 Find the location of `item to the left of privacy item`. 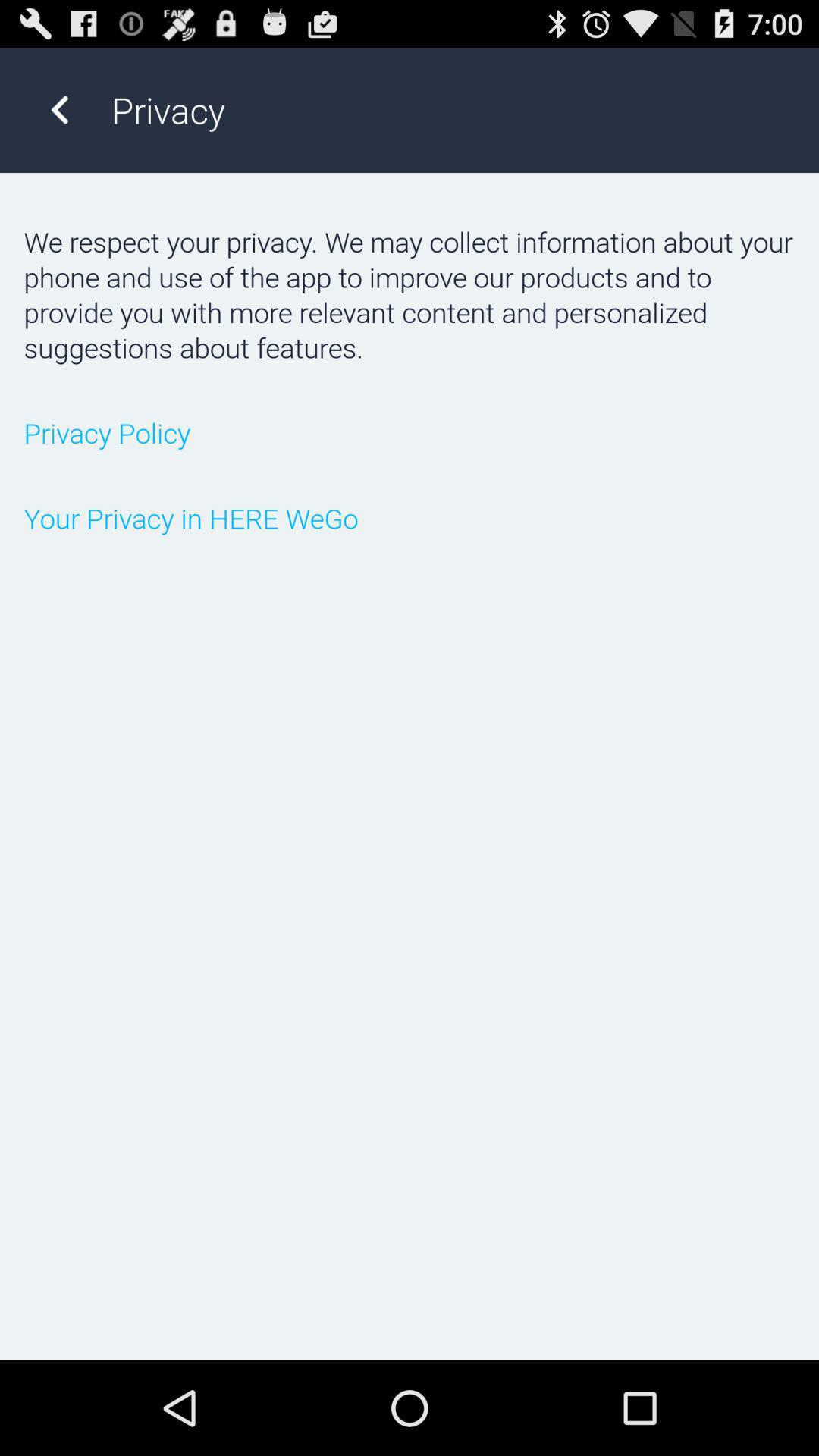

item to the left of privacy item is located at coordinates (58, 109).